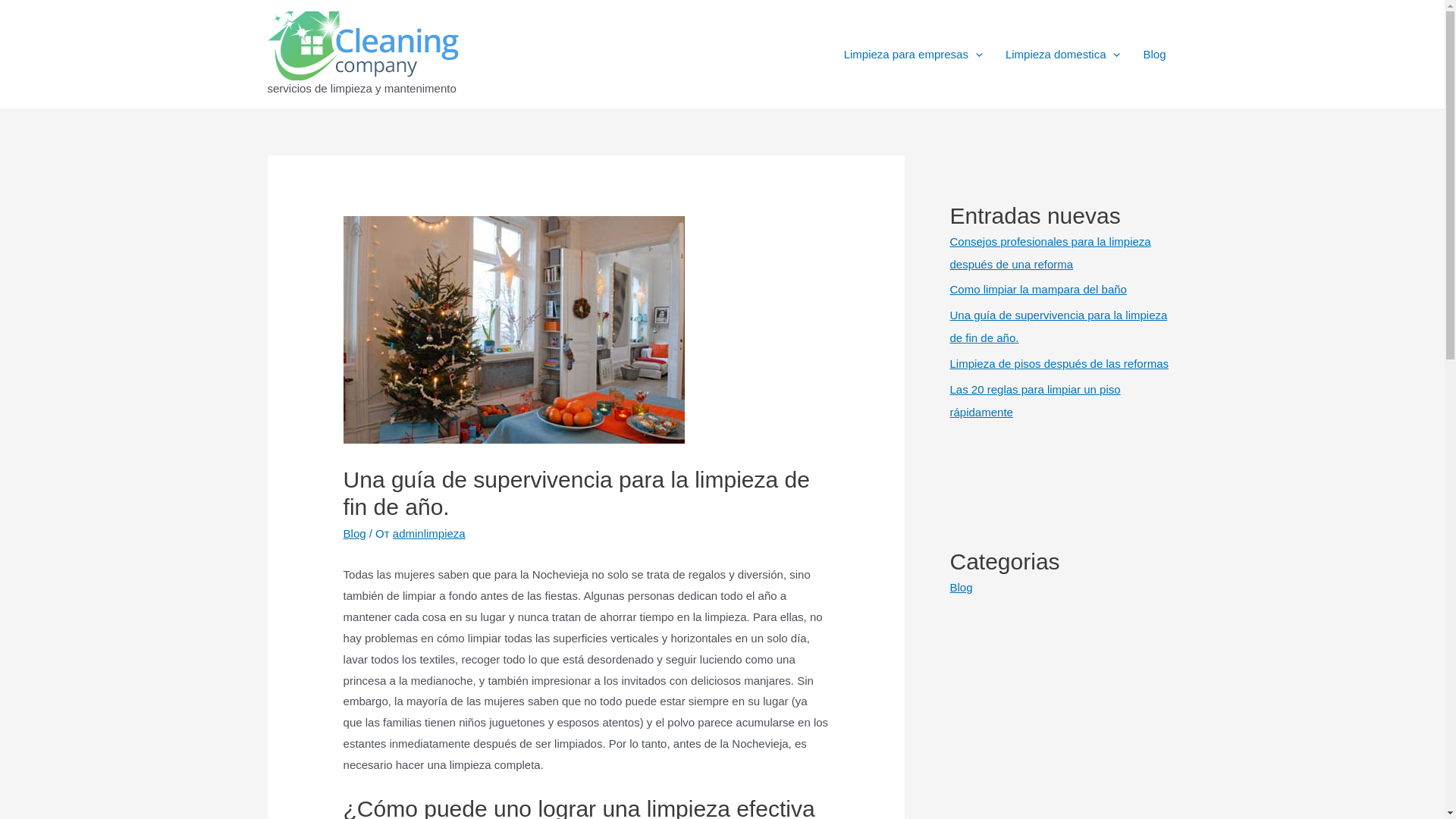 The width and height of the screenshot is (1456, 819). What do you see at coordinates (1062, 54) in the screenshot?
I see `'Limpieza domestica'` at bounding box center [1062, 54].